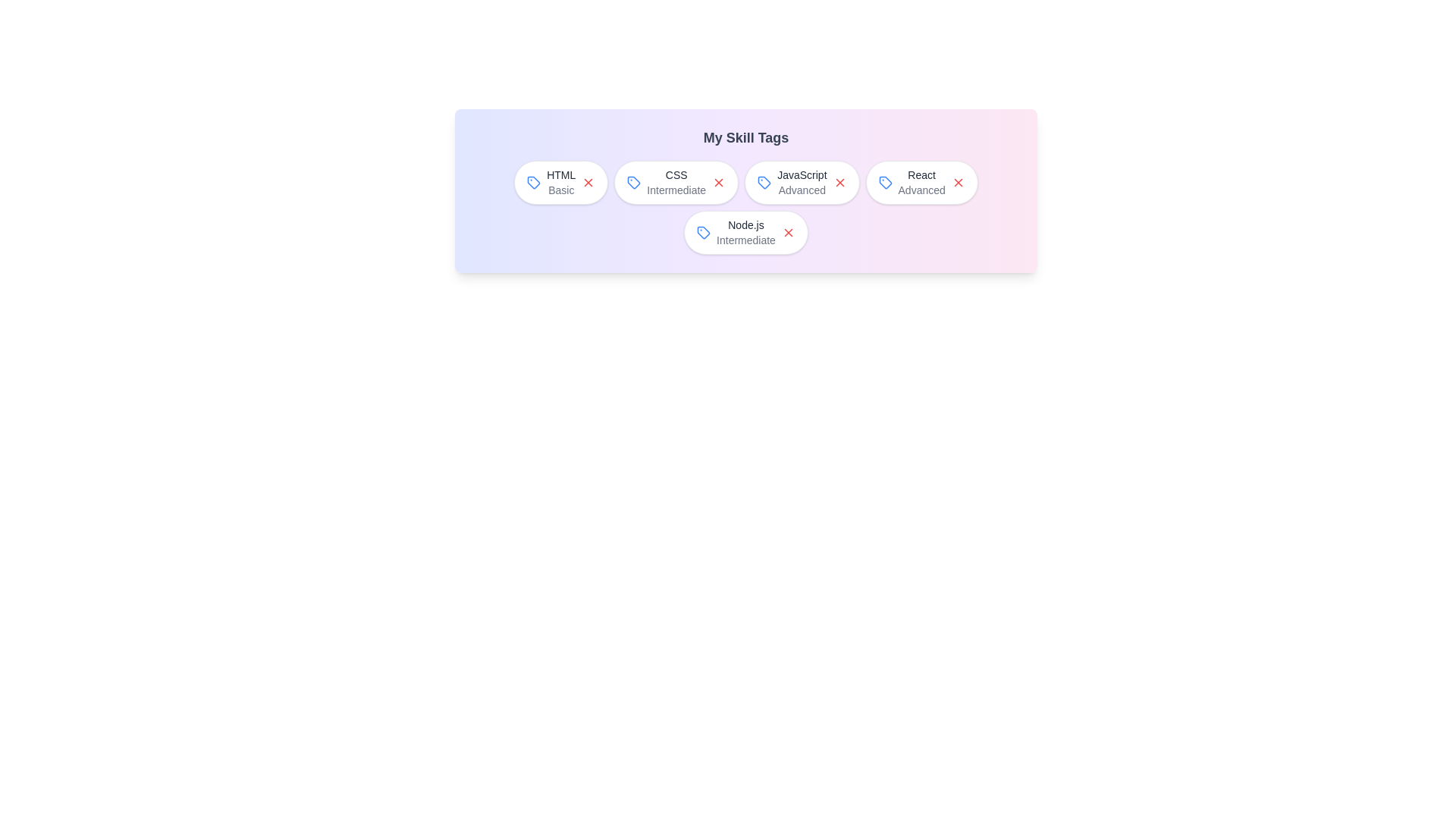 Image resolution: width=1456 pixels, height=819 pixels. What do you see at coordinates (921, 181) in the screenshot?
I see `the skill tag React` at bounding box center [921, 181].